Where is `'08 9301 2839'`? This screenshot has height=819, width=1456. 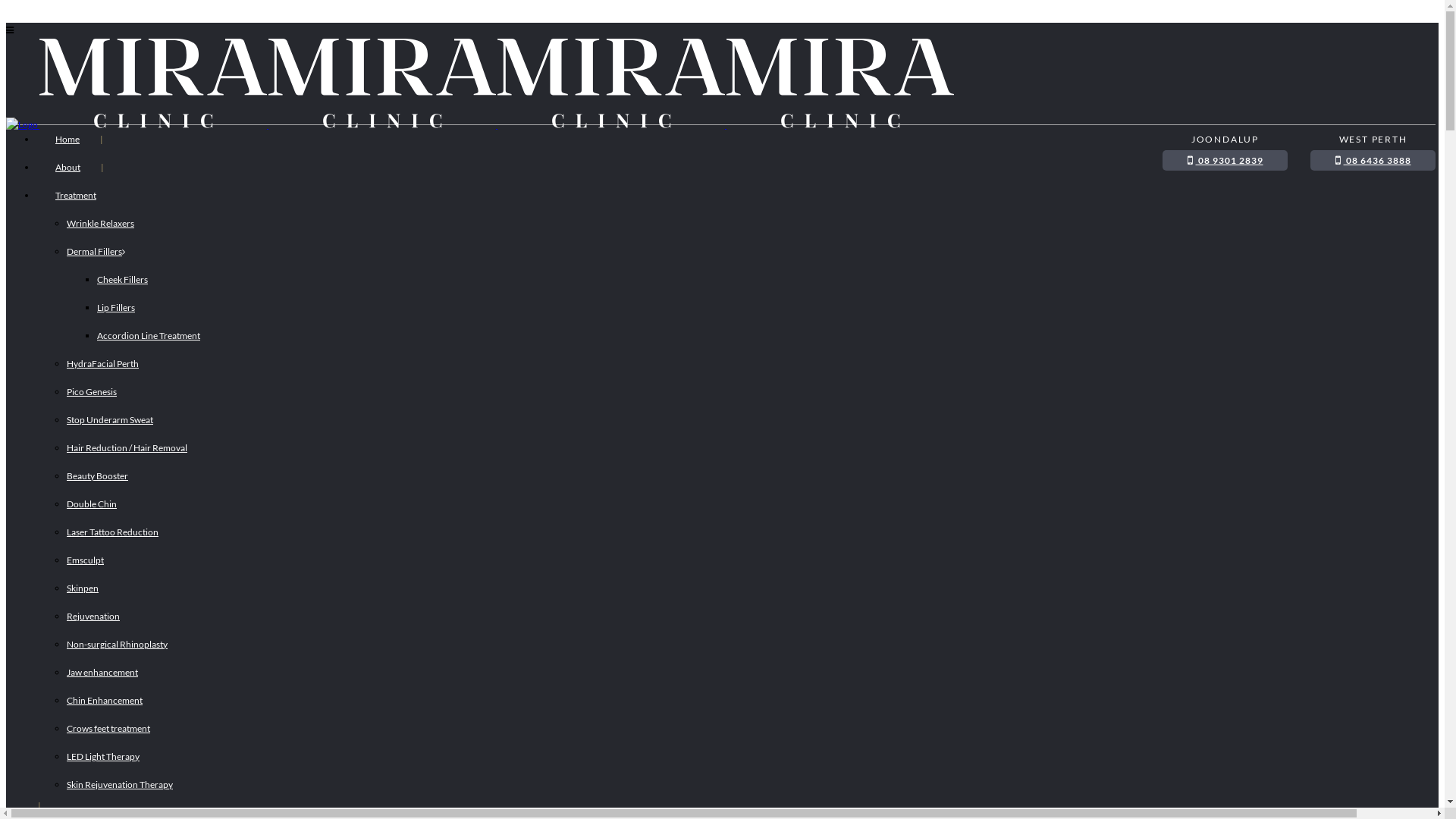 '08 9301 2839' is located at coordinates (1225, 160).